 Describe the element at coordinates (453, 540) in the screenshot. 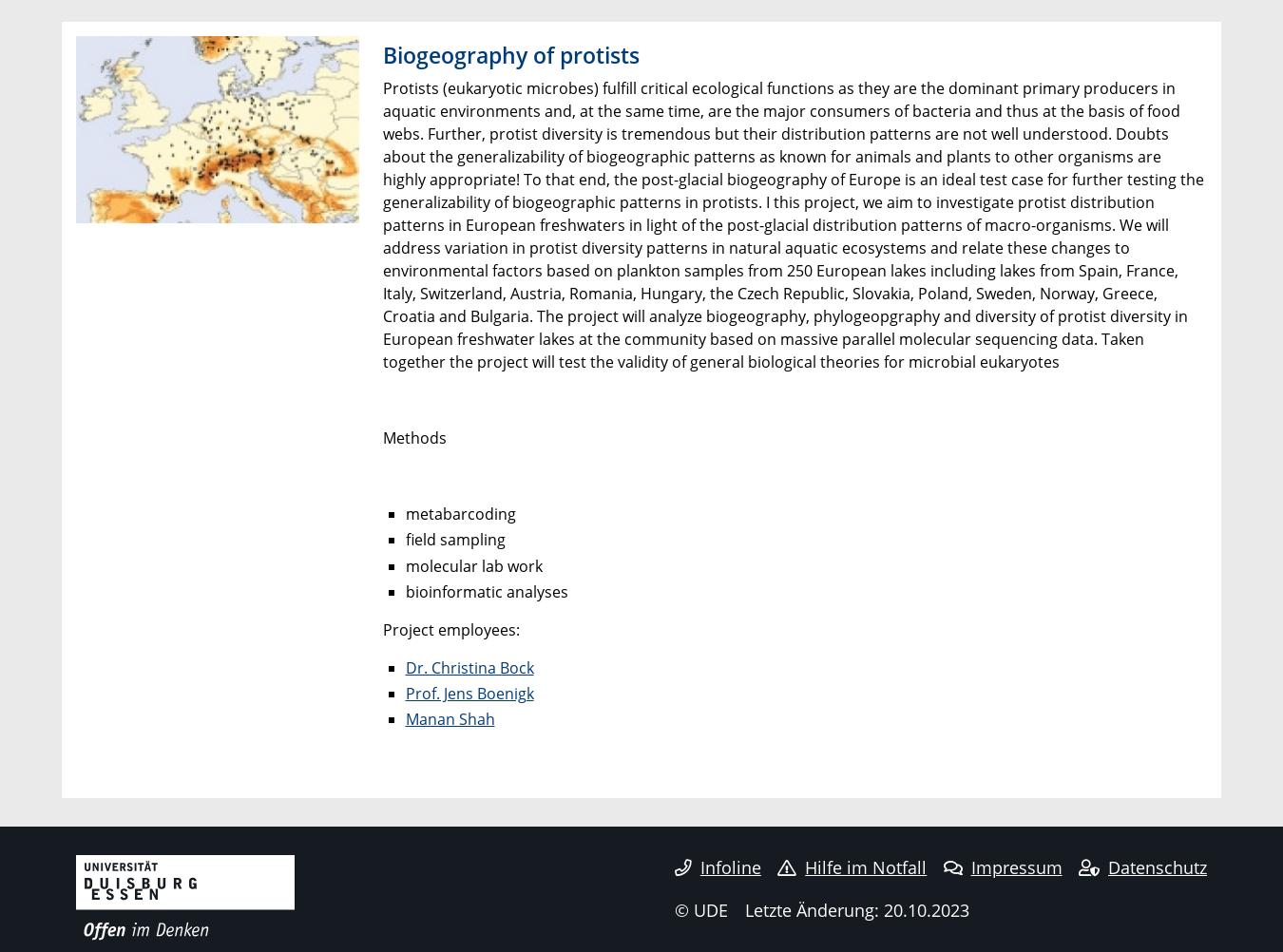

I see `'field sampling'` at that location.